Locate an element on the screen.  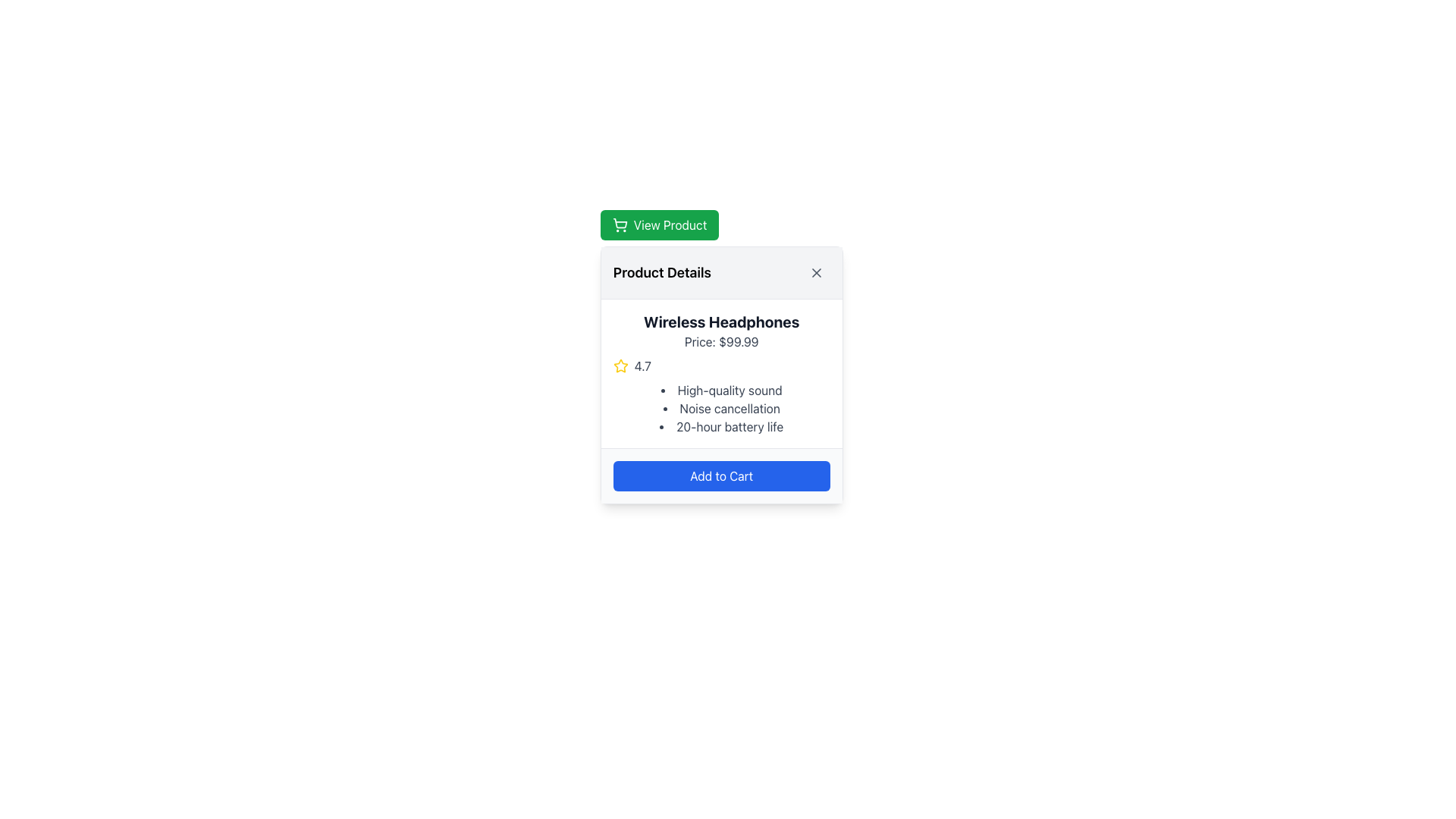
the button located at the bottom of the product features section is located at coordinates (720, 475).